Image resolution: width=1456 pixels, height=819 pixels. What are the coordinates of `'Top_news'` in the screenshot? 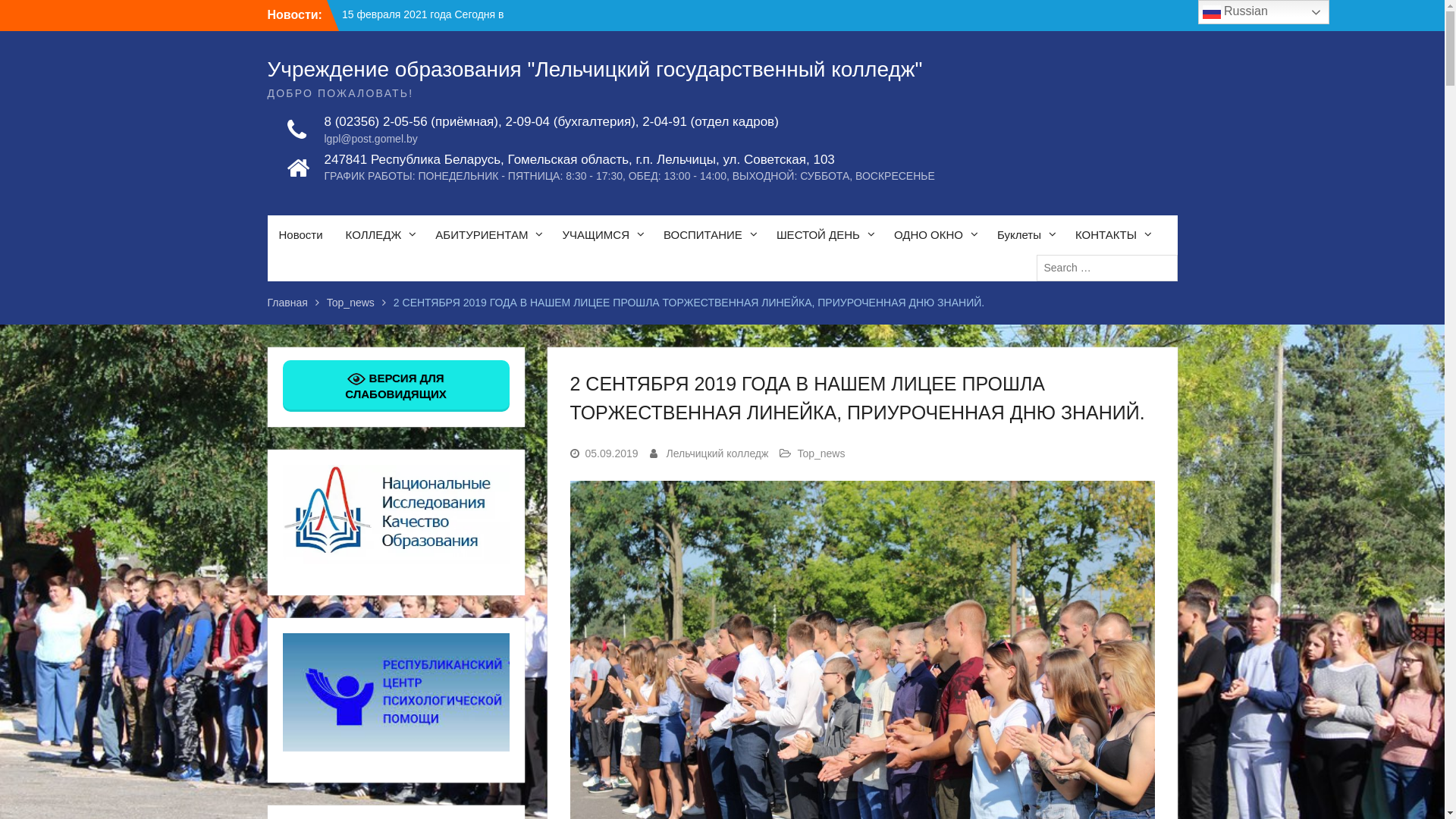 It's located at (820, 452).